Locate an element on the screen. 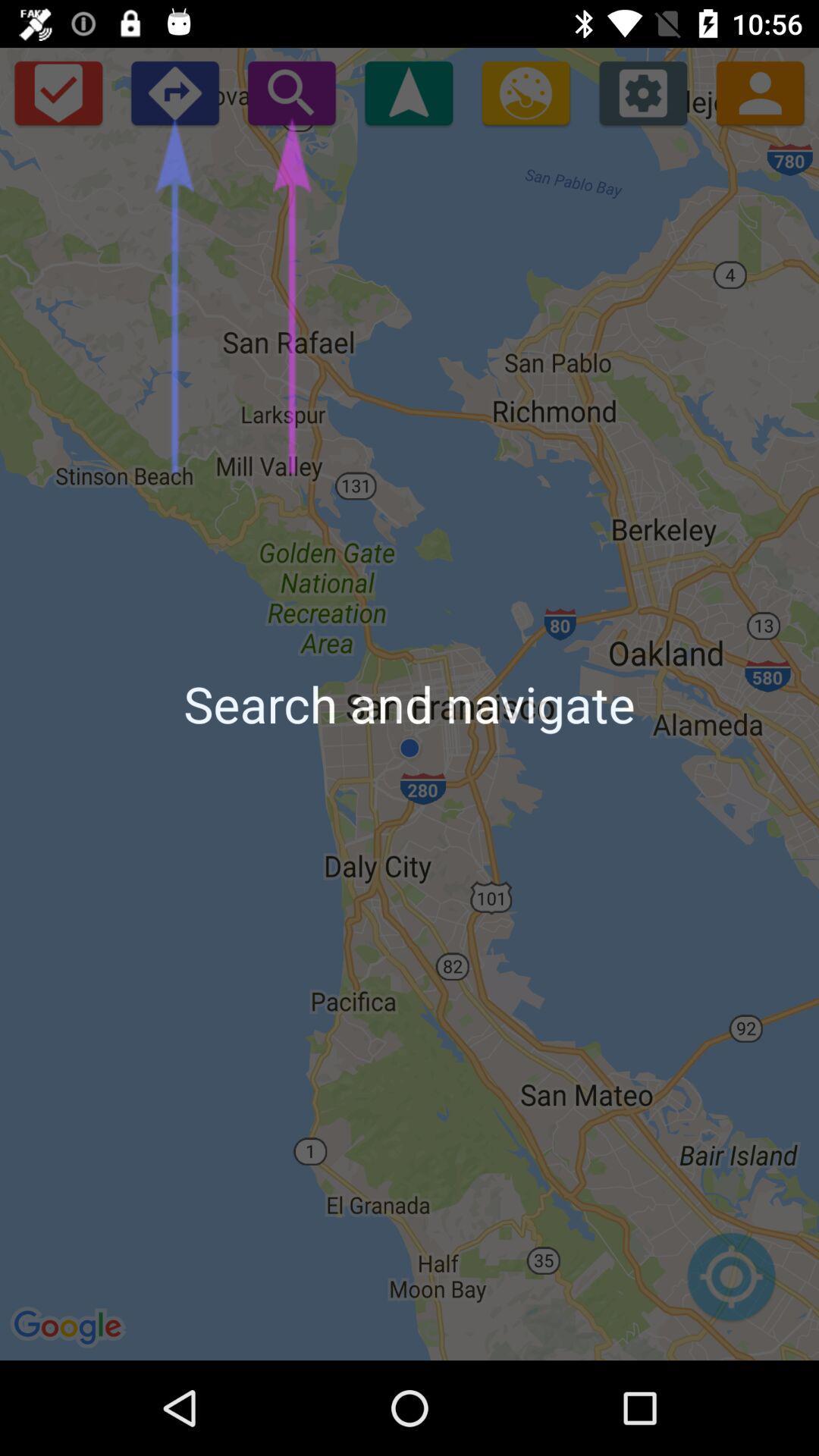 This screenshot has width=819, height=1456. icon at the bottom right corner is located at coordinates (730, 1284).